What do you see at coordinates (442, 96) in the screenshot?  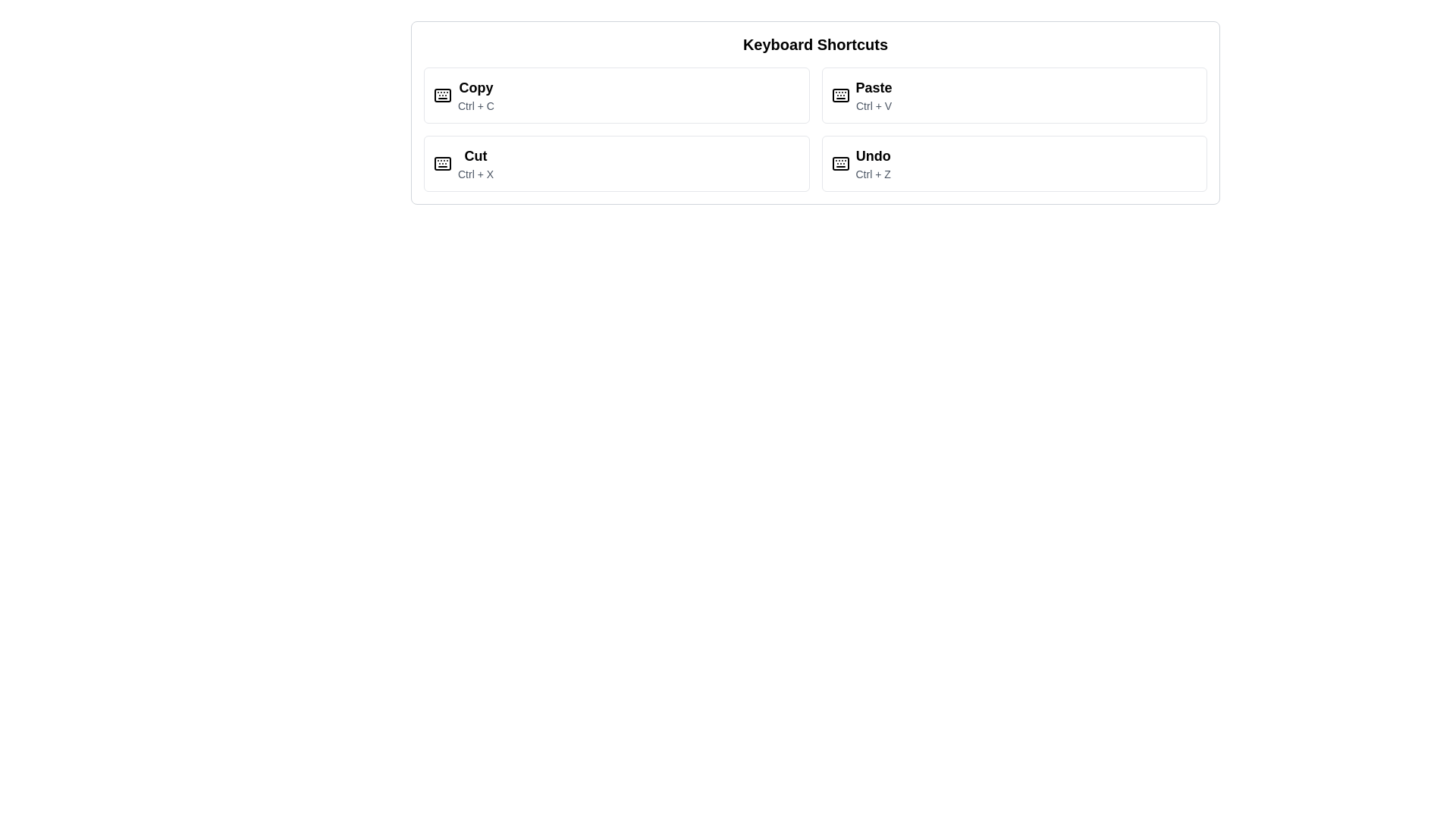 I see `the 'Copy' icon, which is an SVG graphic located to the left of the button labeled 'Copy'` at bounding box center [442, 96].